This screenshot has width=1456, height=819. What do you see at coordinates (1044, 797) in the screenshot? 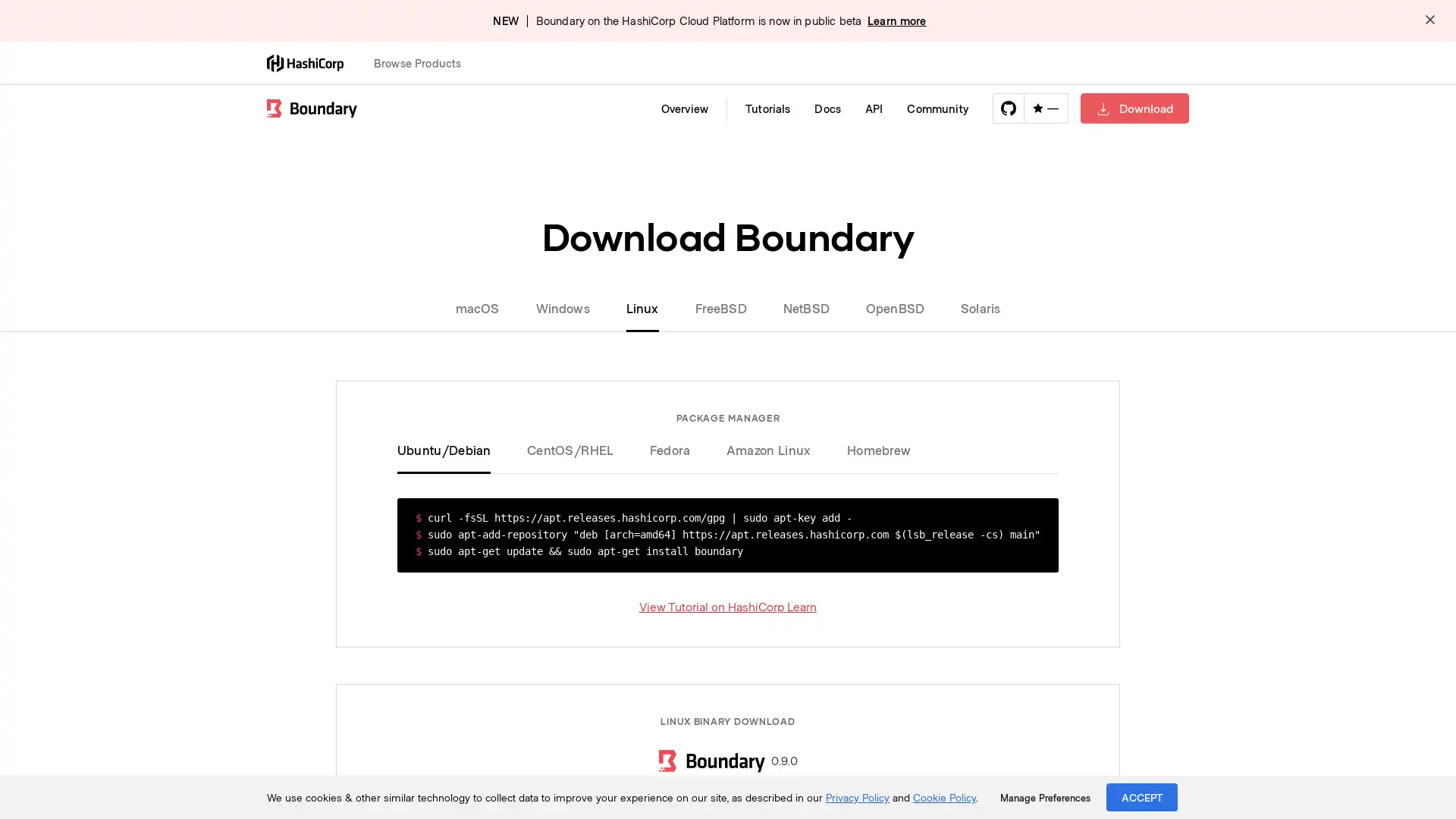
I see `Manage Preferences` at bounding box center [1044, 797].